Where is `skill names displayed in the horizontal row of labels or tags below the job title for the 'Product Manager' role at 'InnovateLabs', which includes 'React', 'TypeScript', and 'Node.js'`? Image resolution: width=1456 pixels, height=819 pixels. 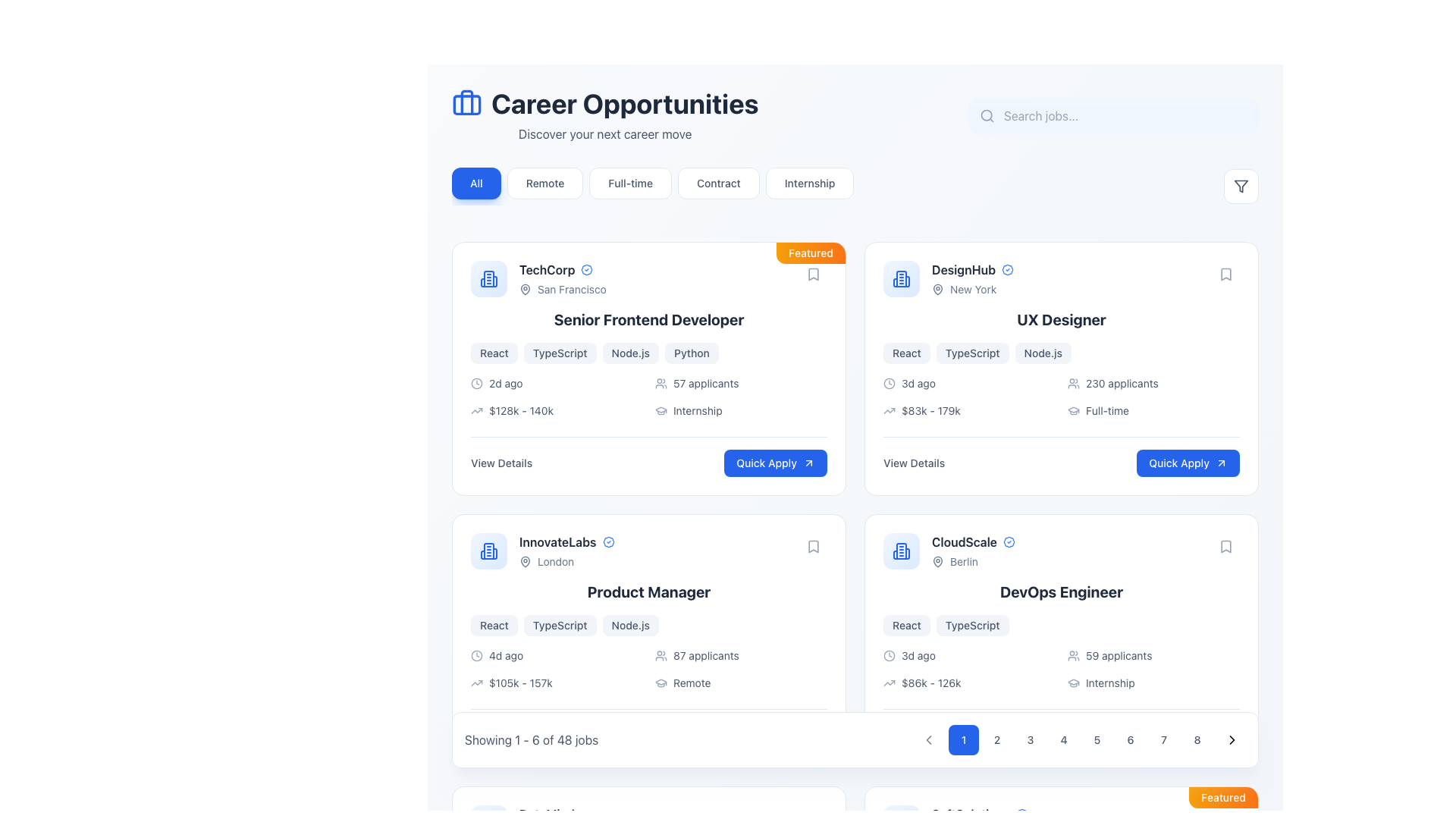
skill names displayed in the horizontal row of labels or tags below the job title for the 'Product Manager' role at 'InnovateLabs', which includes 'React', 'TypeScript', and 'Node.js' is located at coordinates (648, 626).